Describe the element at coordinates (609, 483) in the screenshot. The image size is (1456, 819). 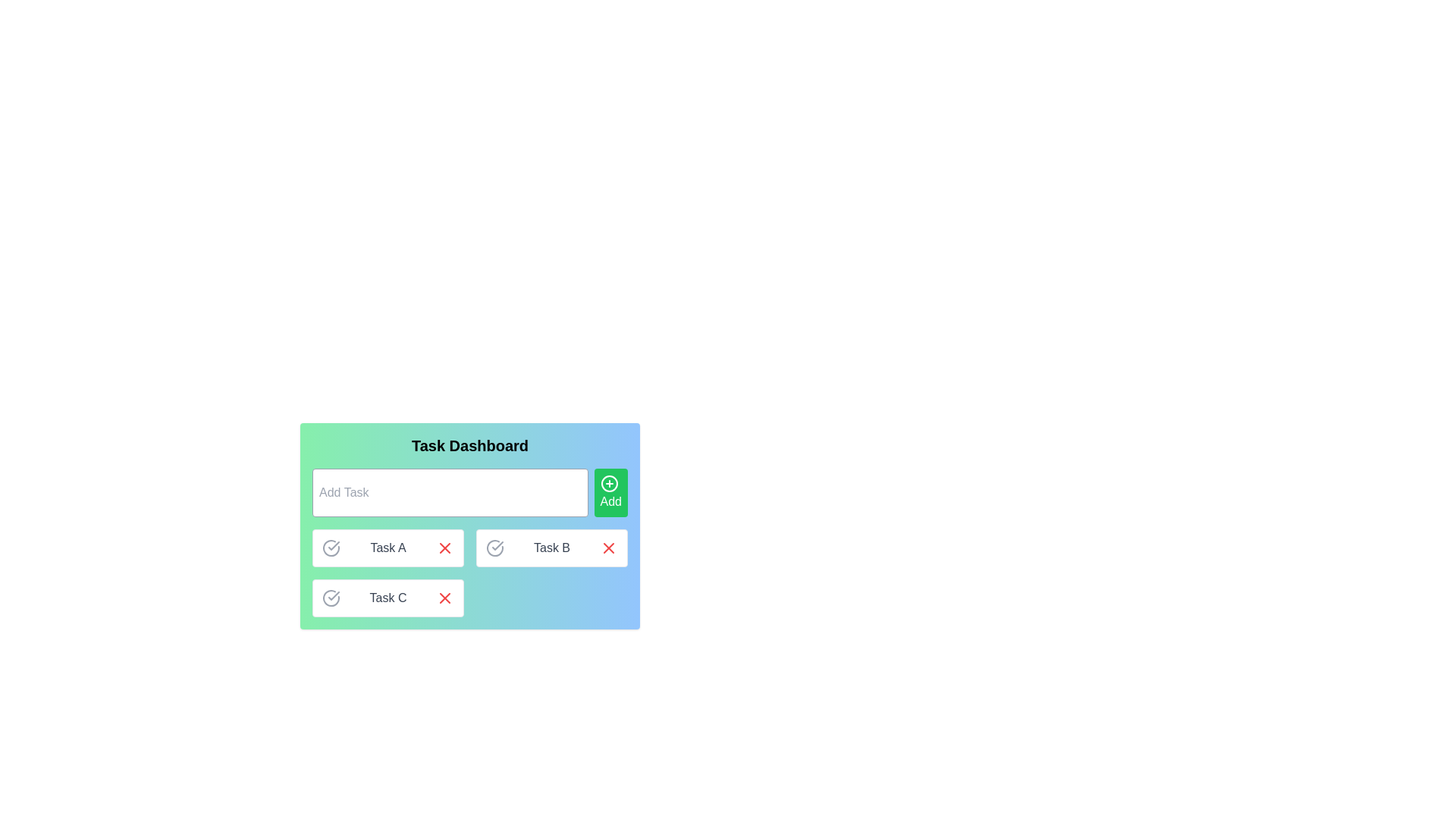
I see `the circular graphic element inside the green 'Add' button located at the top right corner of the Task Dashboard interface` at that location.